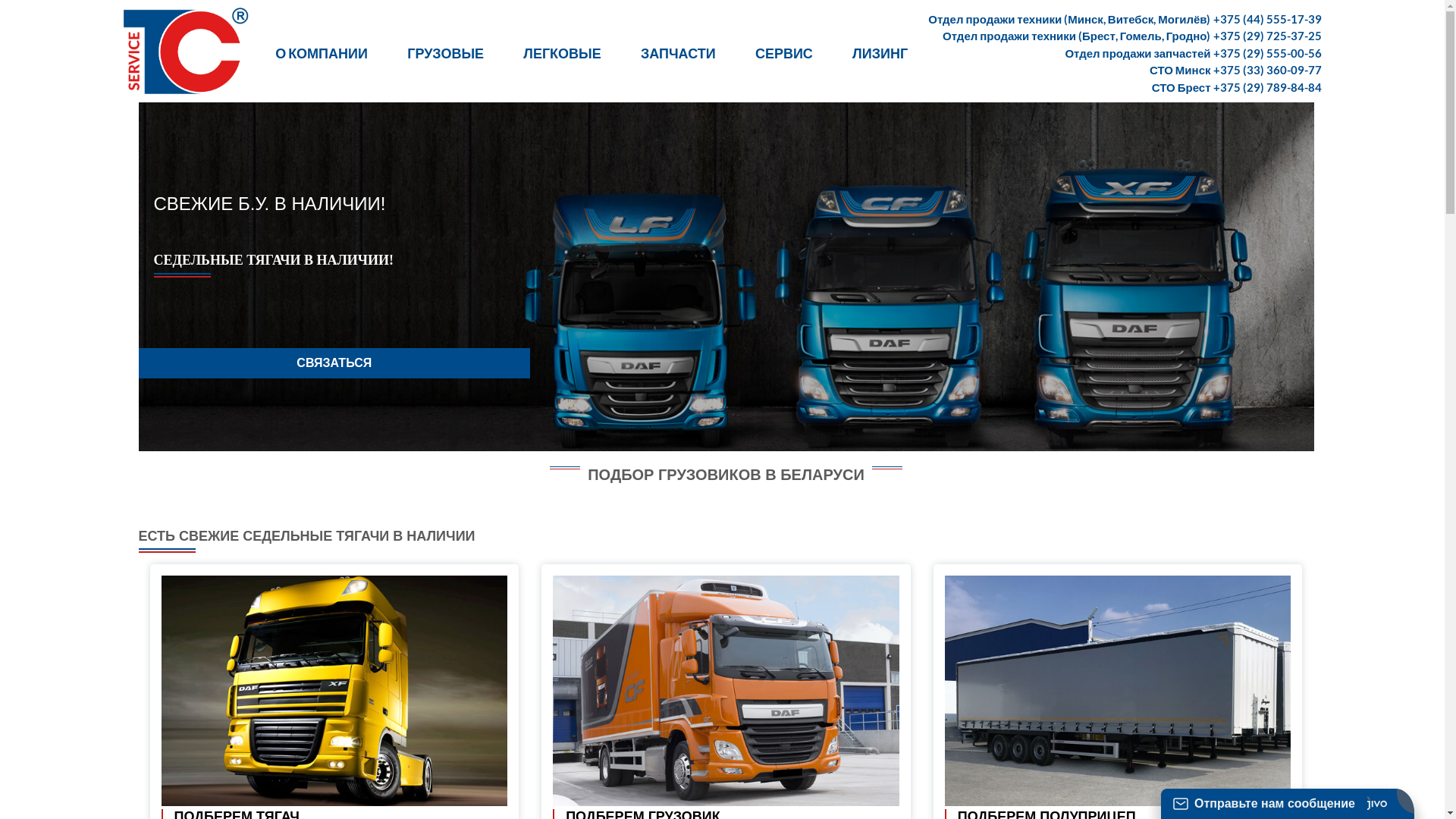  Describe the element at coordinates (1267, 87) in the screenshot. I see `'+375 (29) 789-84-84'` at that location.